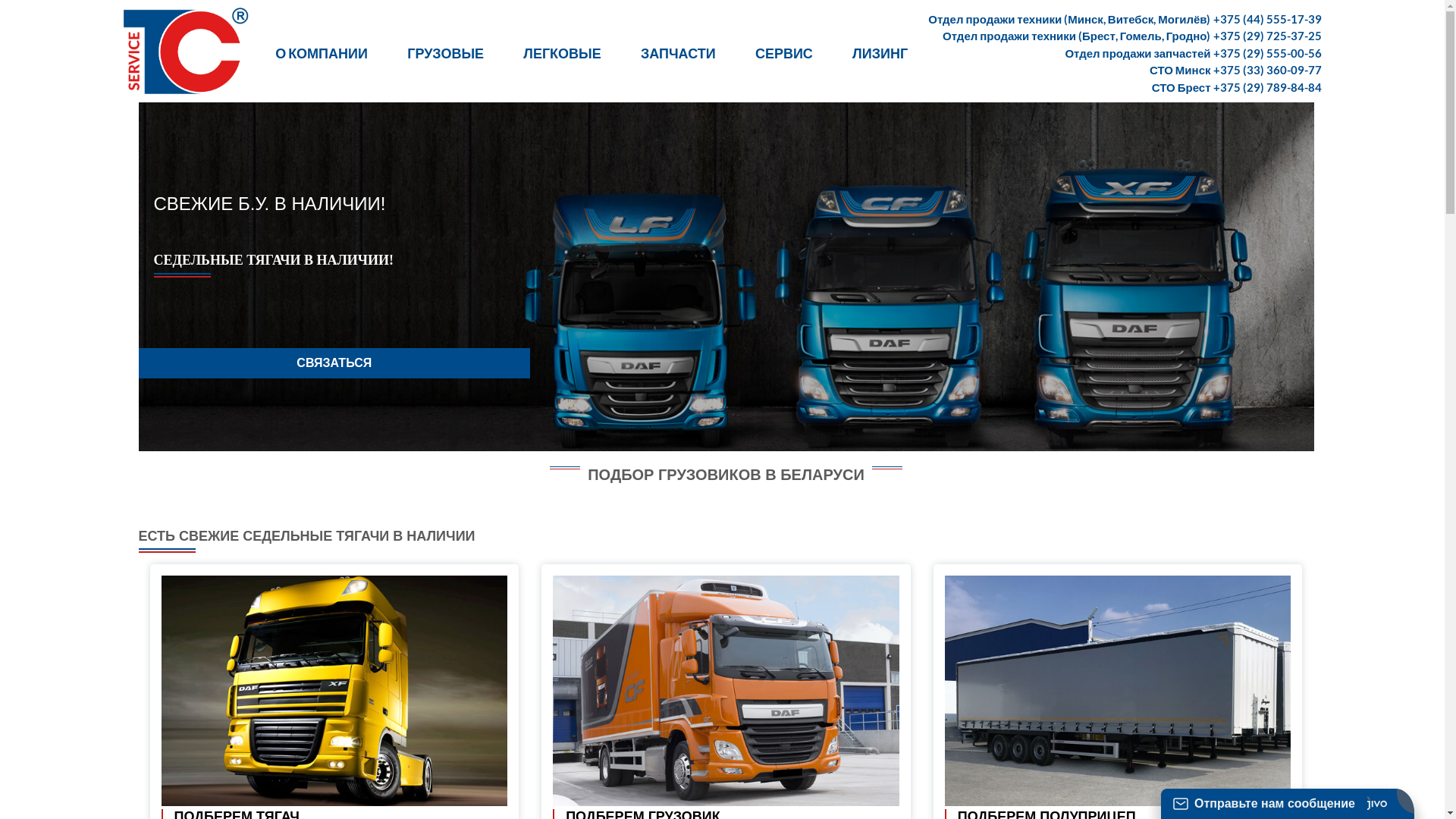  Describe the element at coordinates (1267, 87) in the screenshot. I see `'+375 (29) 789-84-84'` at that location.